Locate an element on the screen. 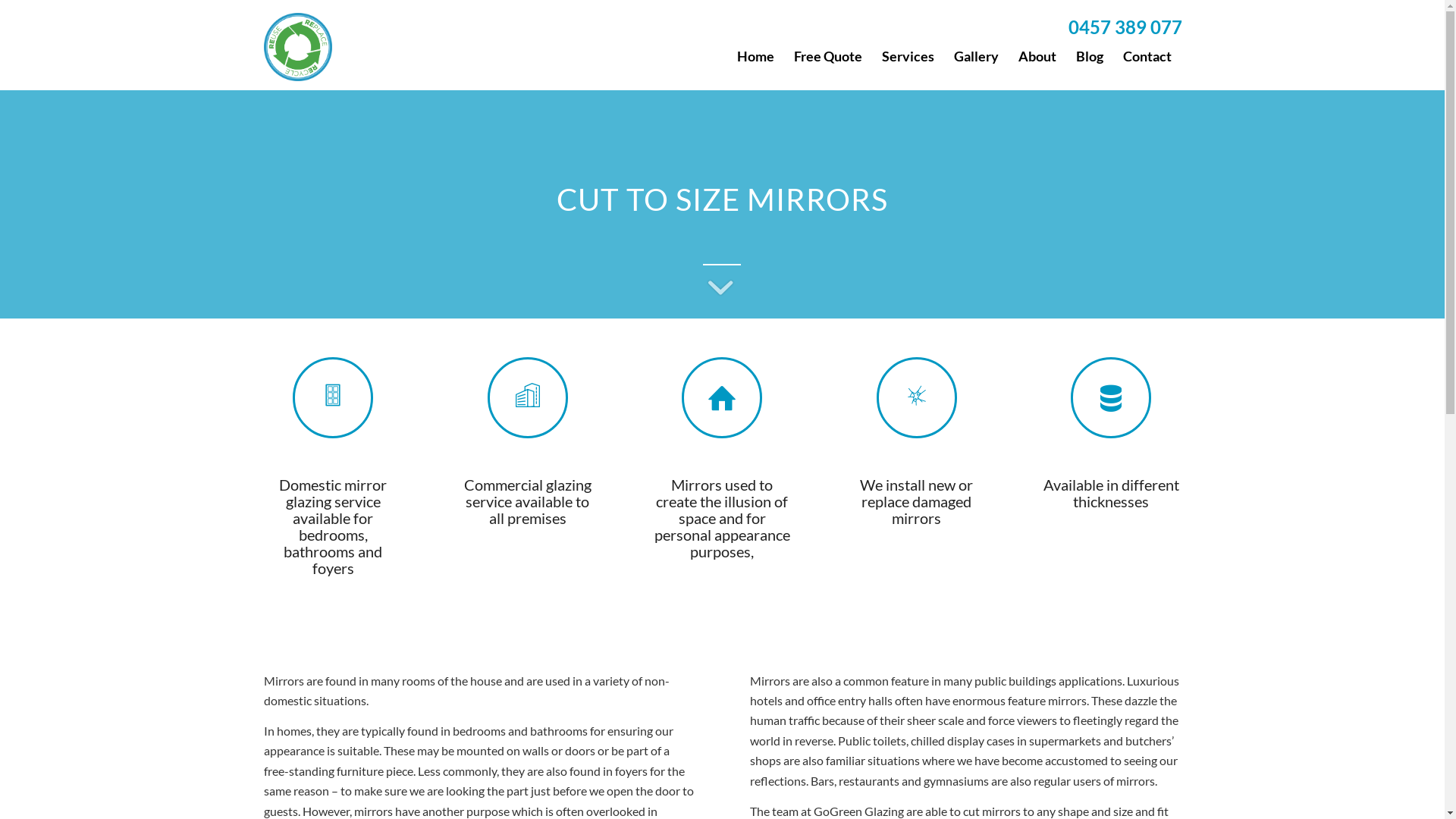 Image resolution: width=1456 pixels, height=819 pixels. 'Gallery' is located at coordinates (975, 55).